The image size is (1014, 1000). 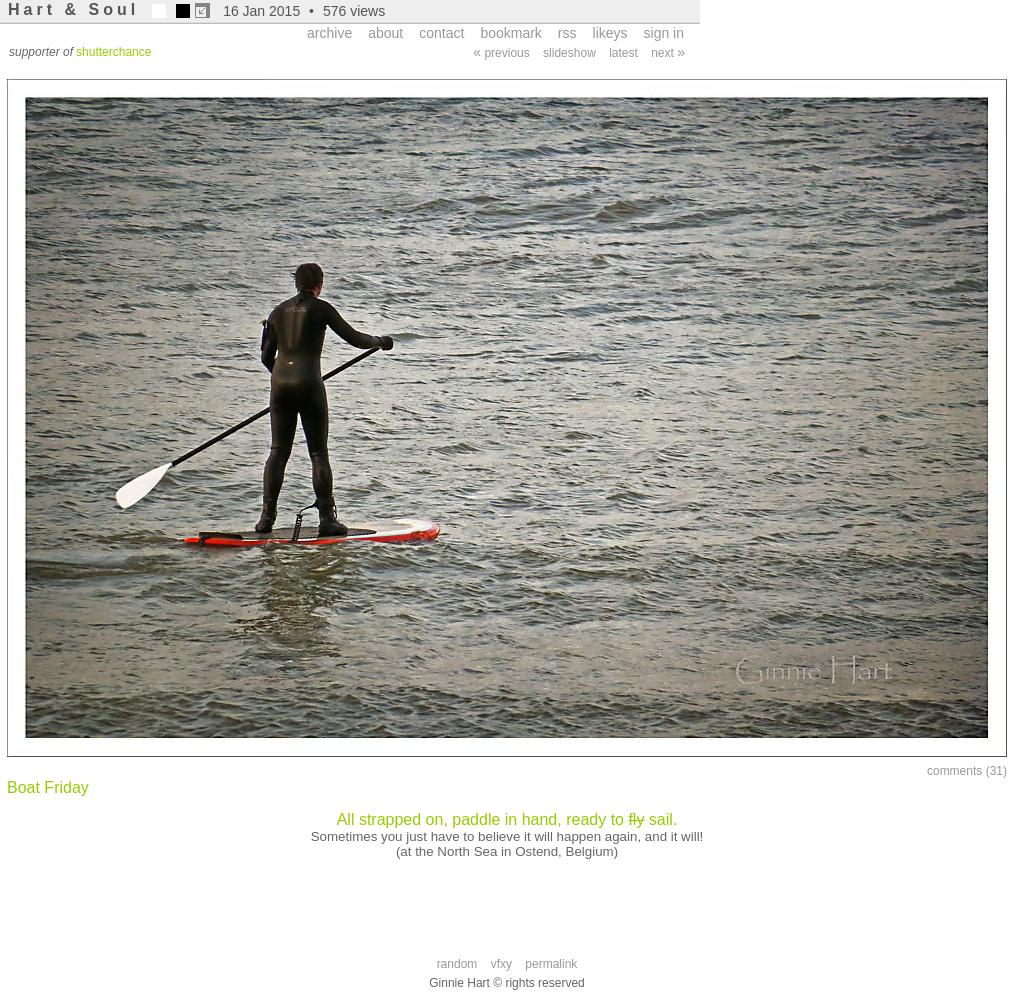 I want to click on '(at the North Sea in Ostend, Belgium)', so click(x=506, y=850).